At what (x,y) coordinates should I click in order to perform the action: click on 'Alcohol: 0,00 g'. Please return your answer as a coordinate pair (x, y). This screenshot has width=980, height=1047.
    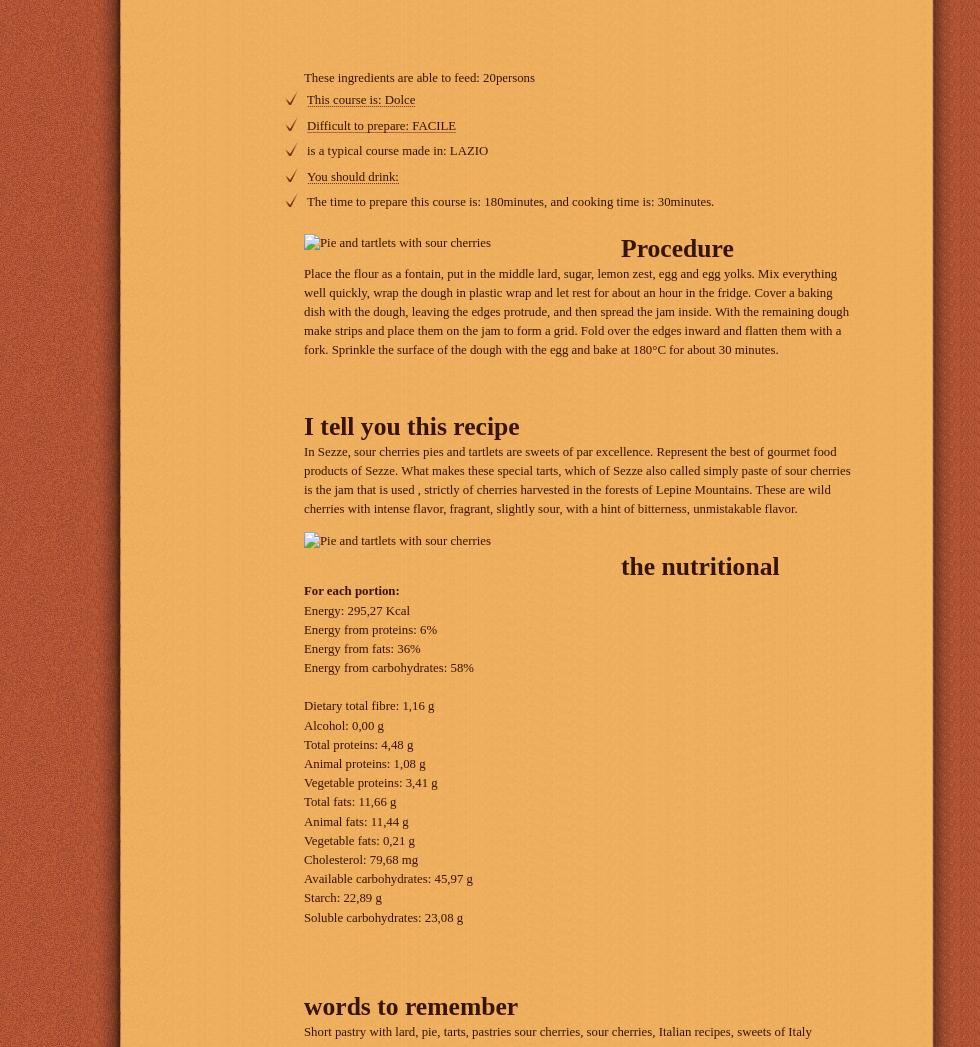
    Looking at the image, I should click on (343, 725).